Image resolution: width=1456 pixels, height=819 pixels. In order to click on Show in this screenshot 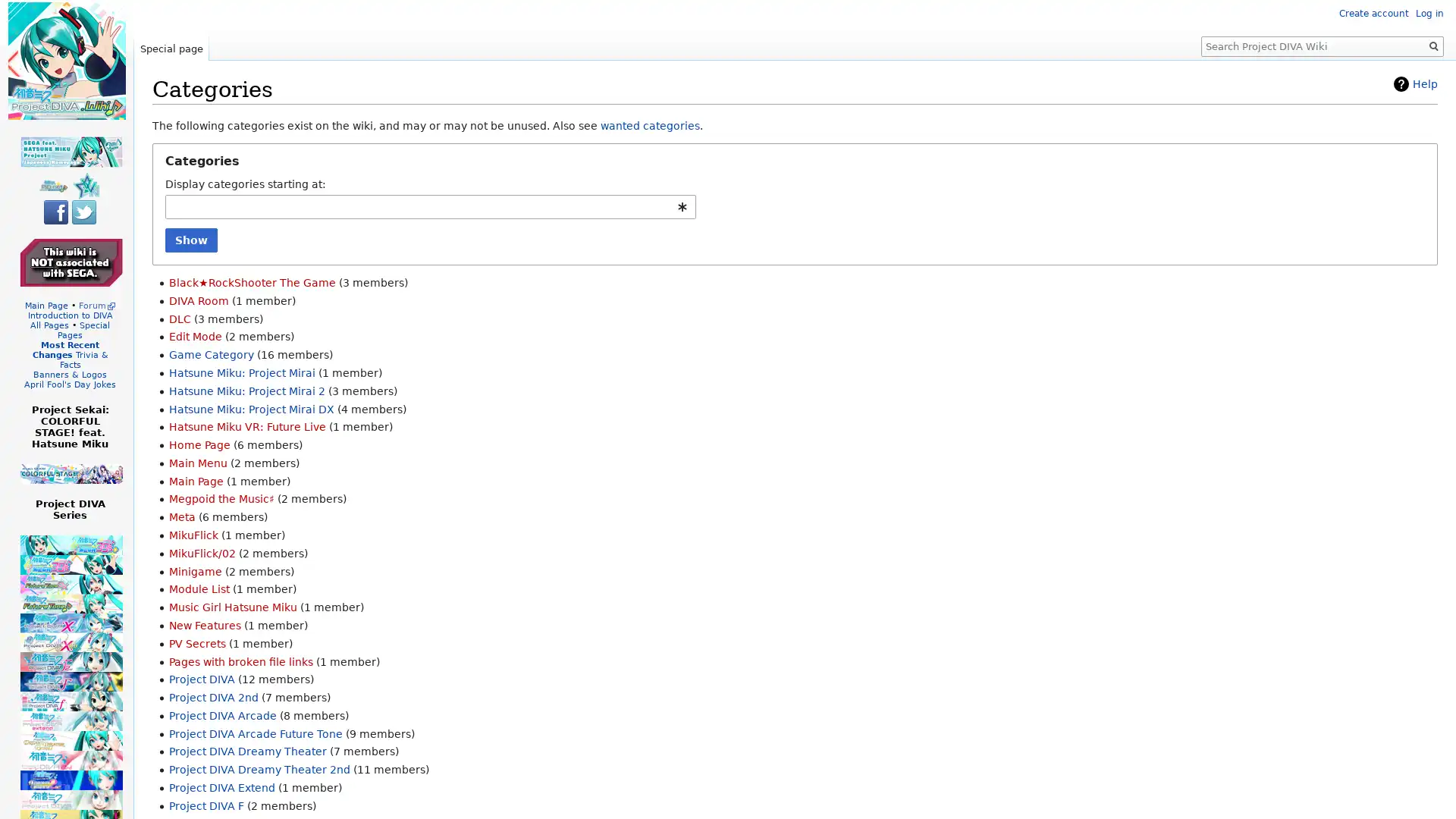, I will do `click(190, 239)`.